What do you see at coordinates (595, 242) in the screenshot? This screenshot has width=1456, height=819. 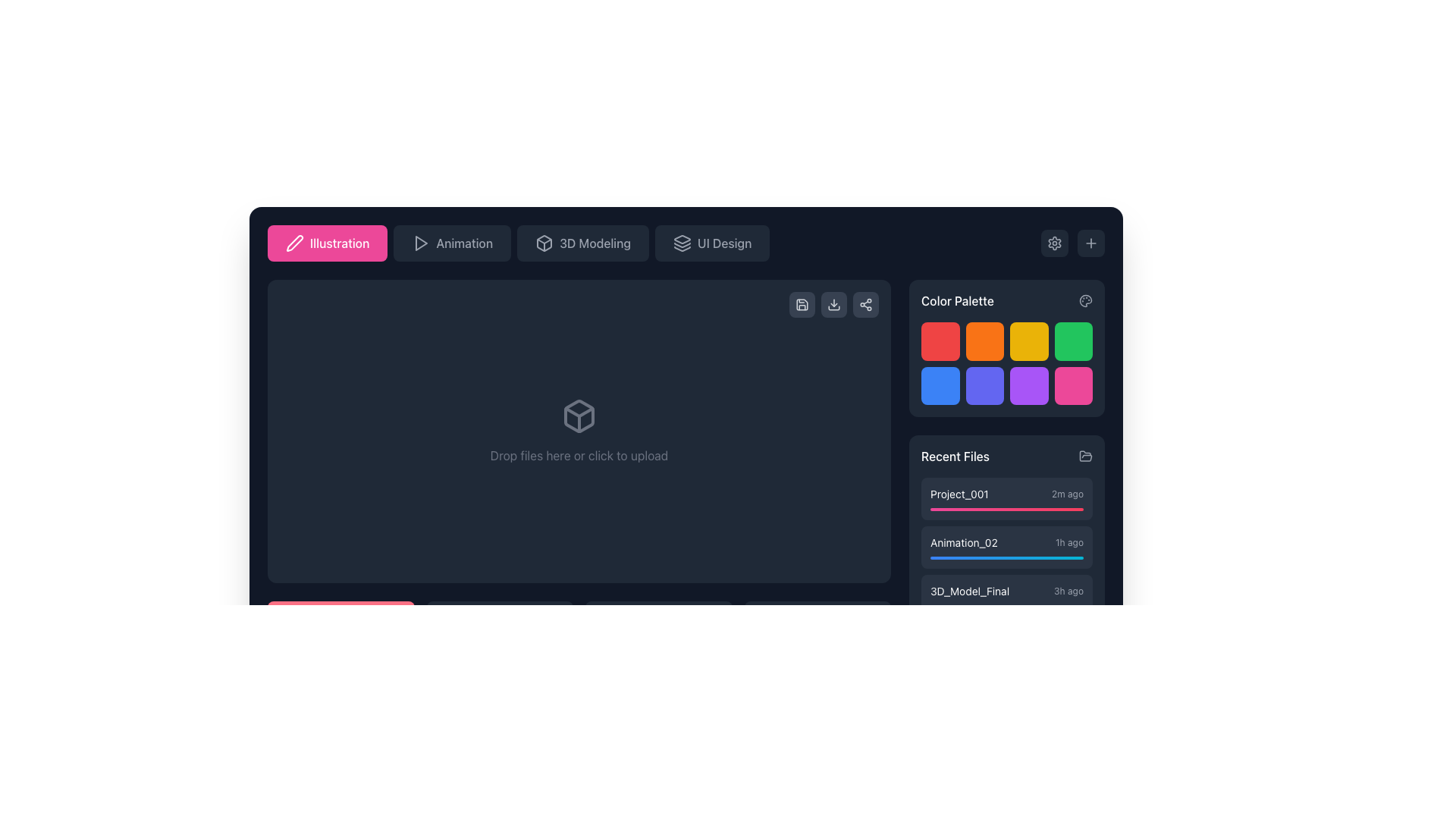 I see `the '3D Modeling' text label within the button located near the top center of the interface` at bounding box center [595, 242].